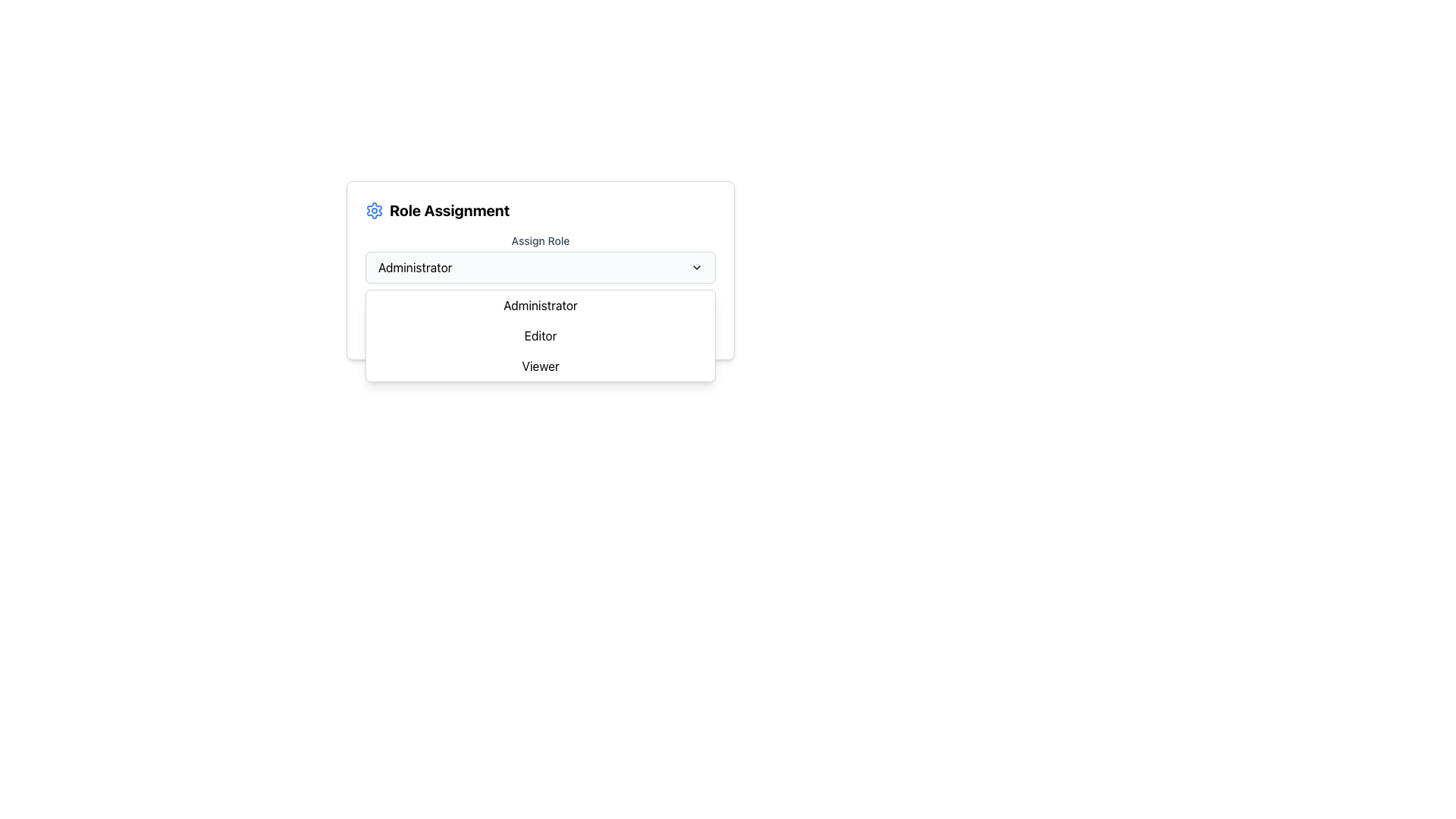 This screenshot has width=1456, height=819. Describe the element at coordinates (449, 210) in the screenshot. I see `bold text label 'Role Assignment' that is positioned slightly to the right of an icon at the top of the content panel` at that location.